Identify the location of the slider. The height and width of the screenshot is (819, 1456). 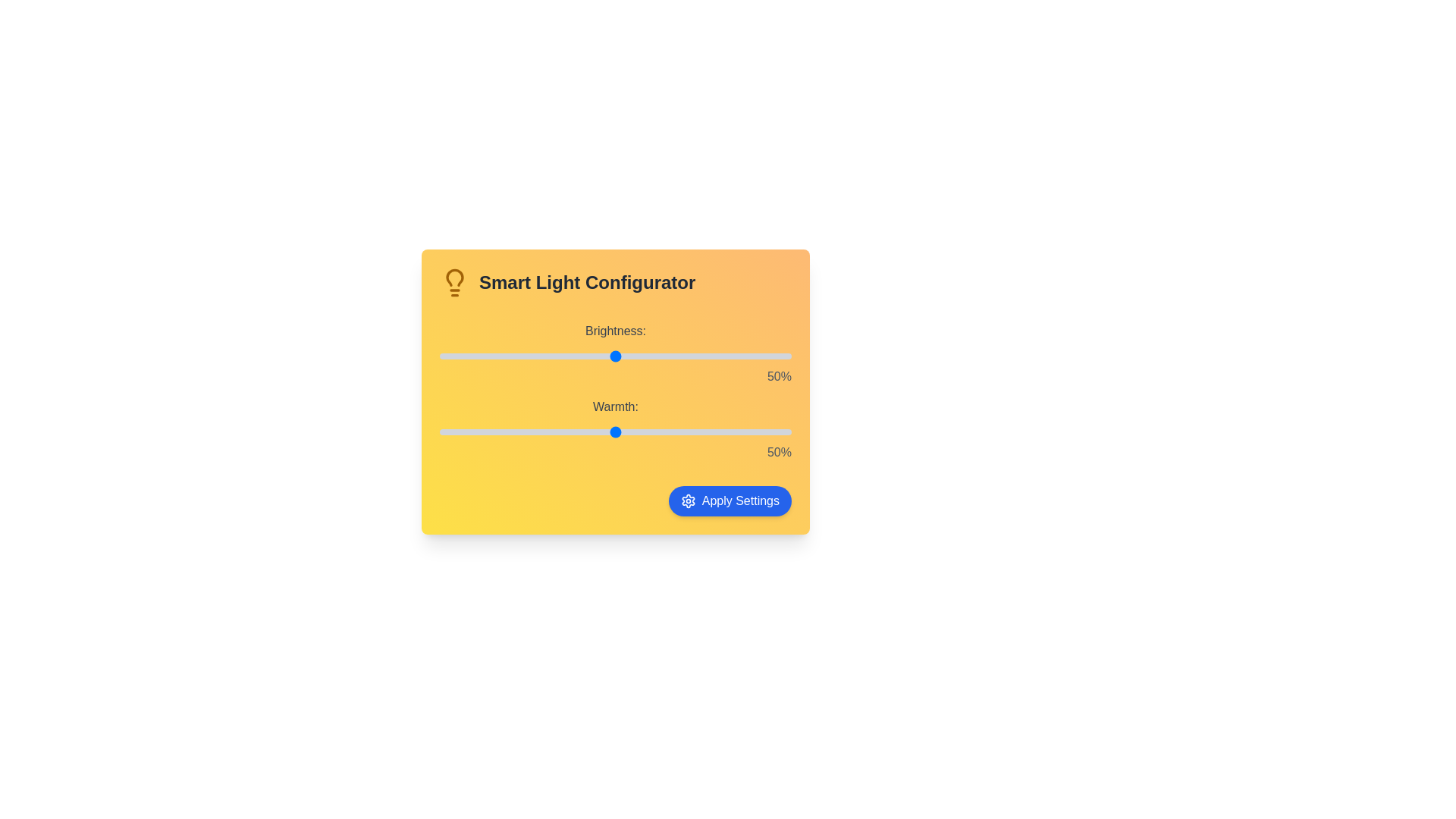
(590, 432).